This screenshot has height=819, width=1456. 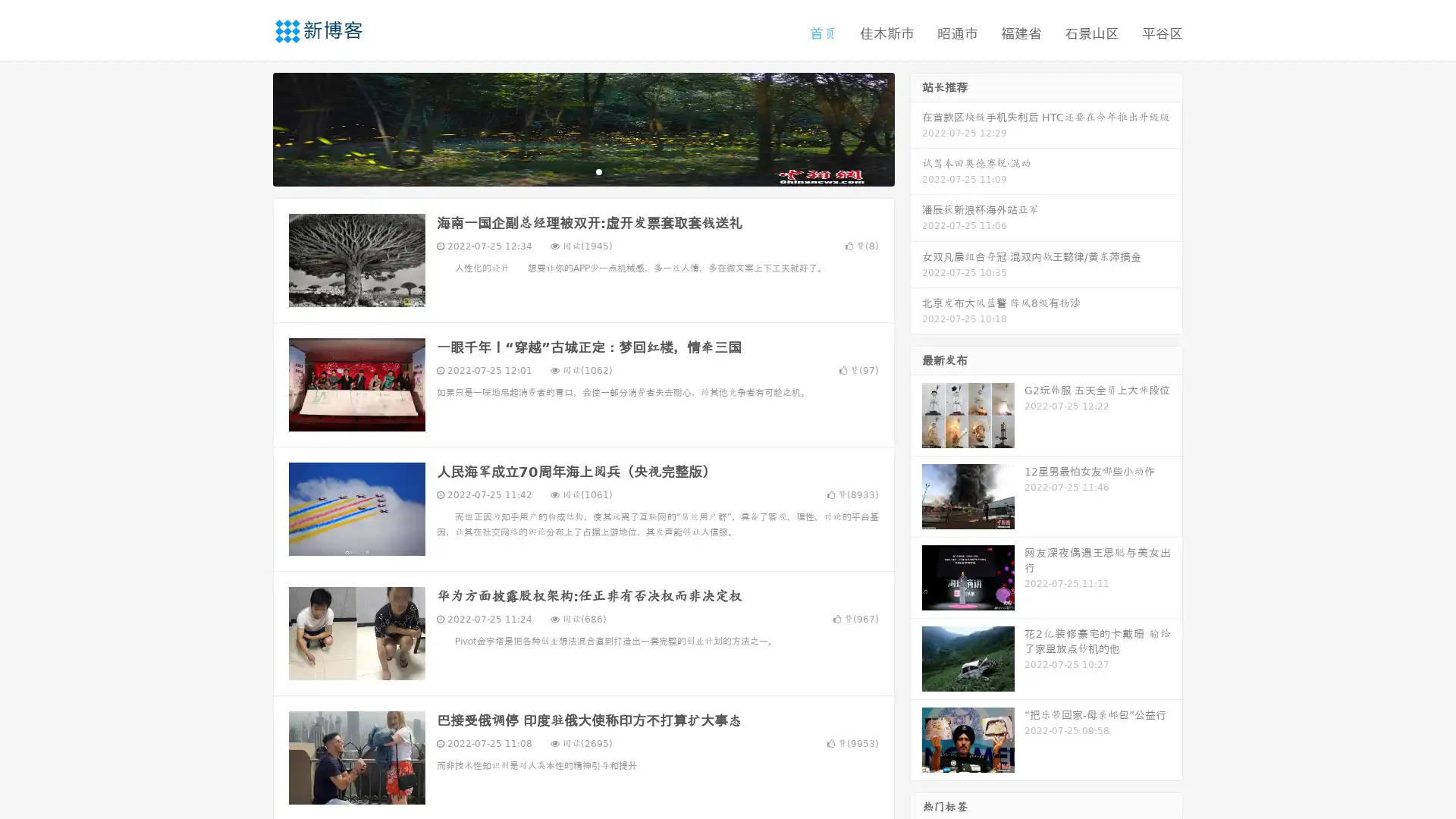 What do you see at coordinates (250, 127) in the screenshot?
I see `Previous slide` at bounding box center [250, 127].